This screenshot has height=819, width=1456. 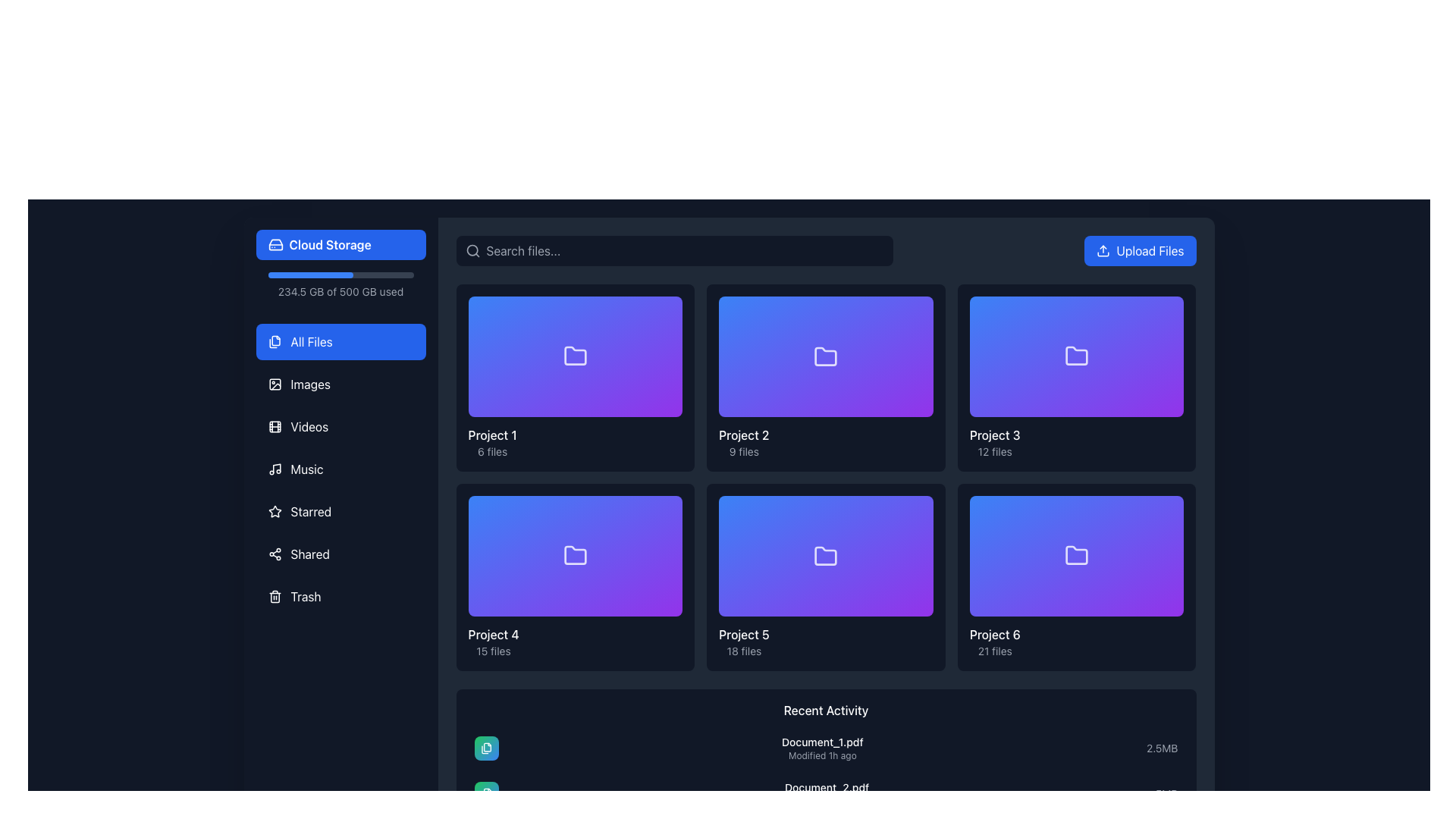 What do you see at coordinates (1168, 511) in the screenshot?
I see `the interactive menu button located at the top-right corner of the 'Project 6' box` at bounding box center [1168, 511].